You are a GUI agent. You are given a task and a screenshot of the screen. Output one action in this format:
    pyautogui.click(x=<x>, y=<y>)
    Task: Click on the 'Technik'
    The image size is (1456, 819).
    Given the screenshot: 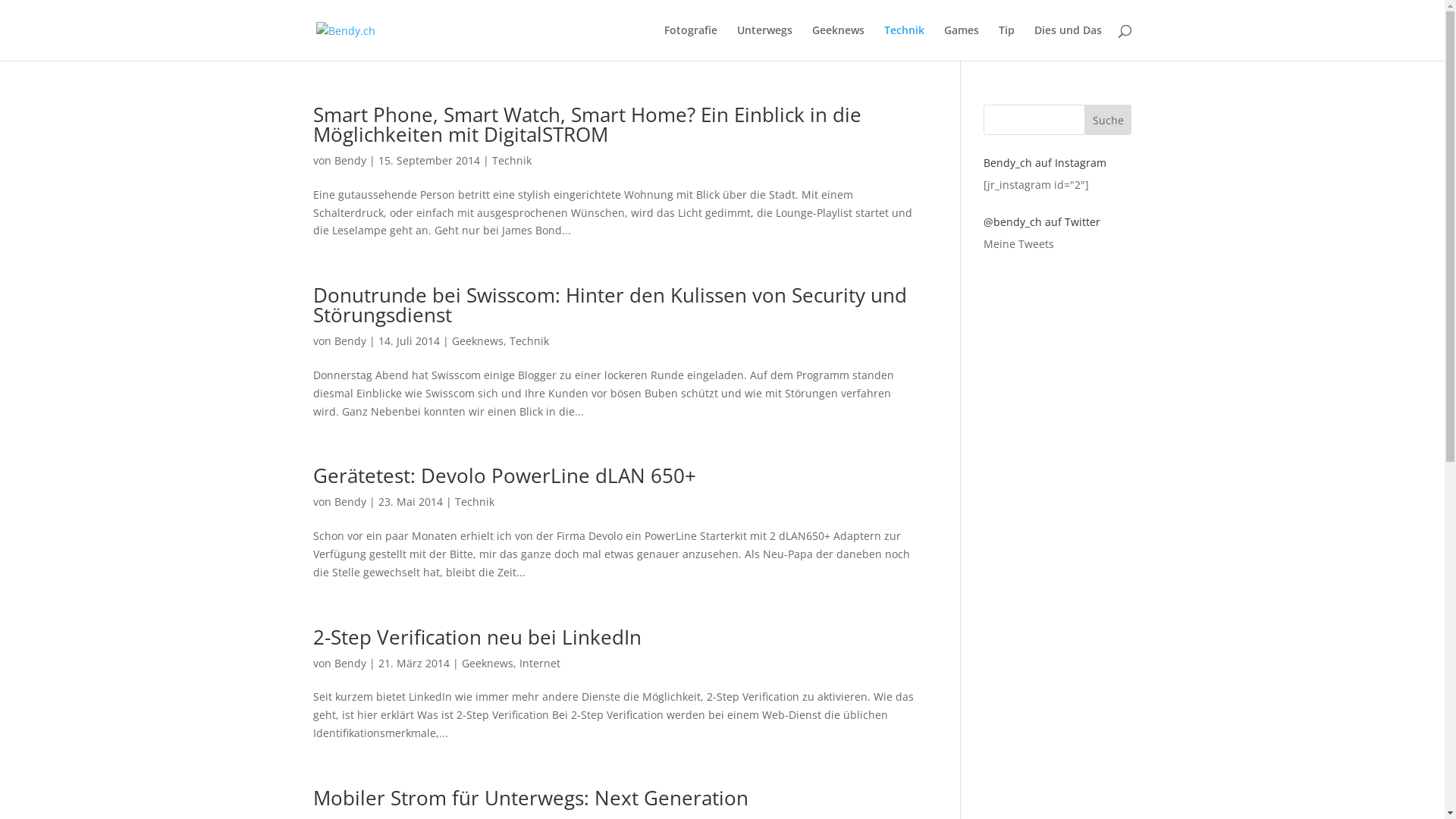 What is the action you would take?
    pyautogui.click(x=529, y=340)
    